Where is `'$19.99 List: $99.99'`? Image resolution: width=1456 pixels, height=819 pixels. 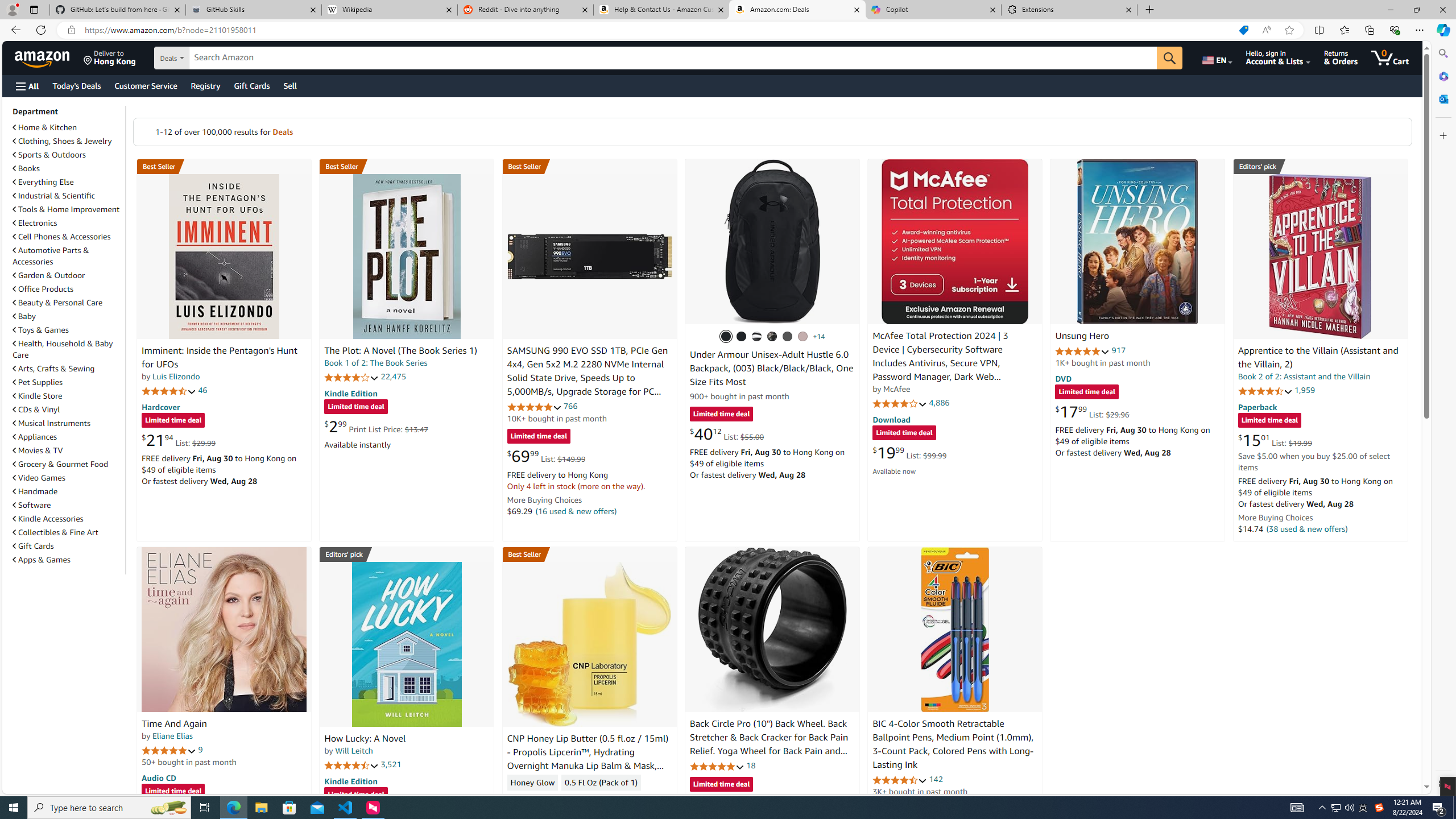
'$19.99 List: $99.99' is located at coordinates (908, 452).